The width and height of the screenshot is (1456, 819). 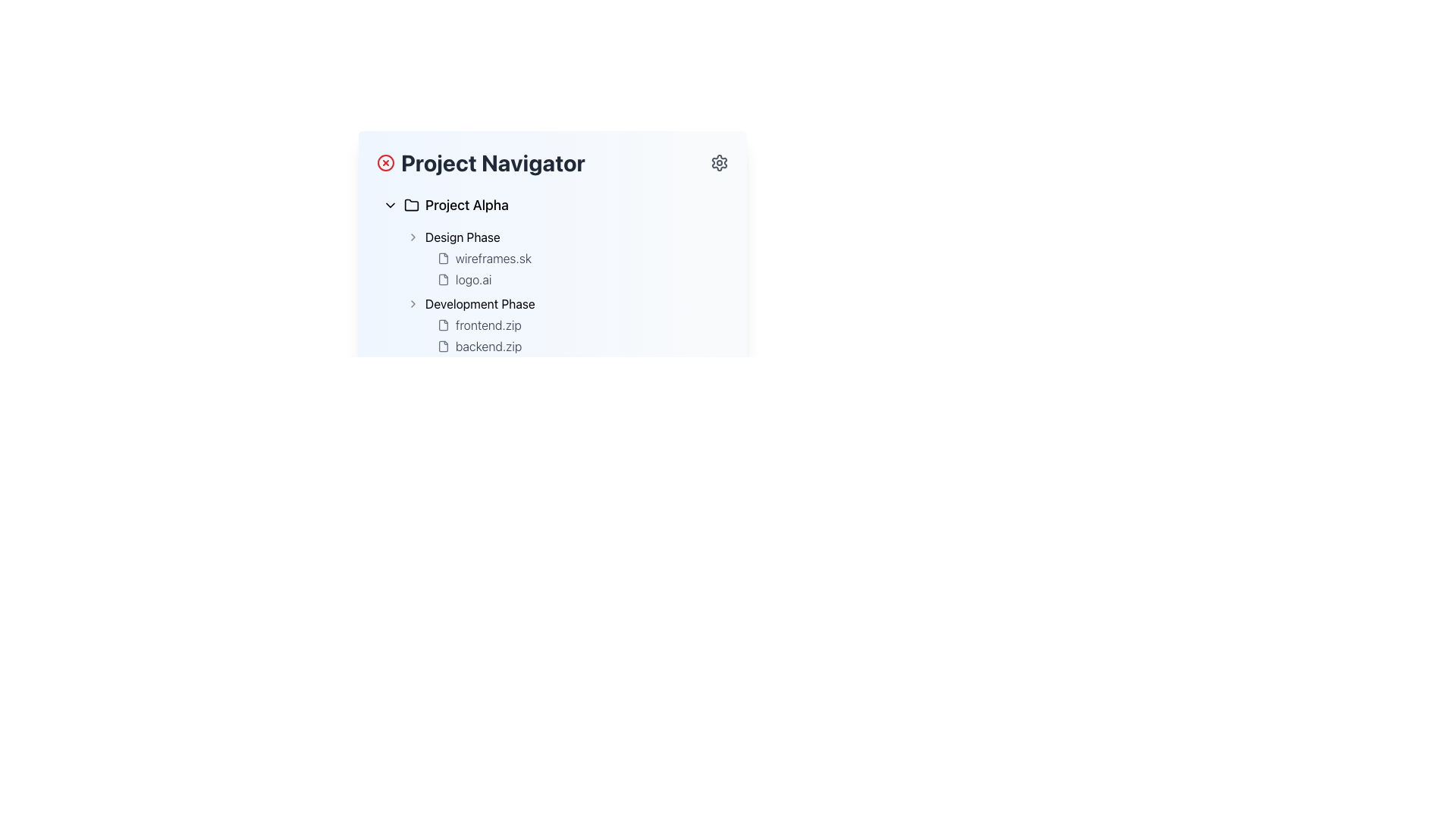 I want to click on the Text Label that serves as a title or heading for the current section, located centrally at the top of the section, directly to the right of a red circular icon with an 'X', so click(x=480, y=163).